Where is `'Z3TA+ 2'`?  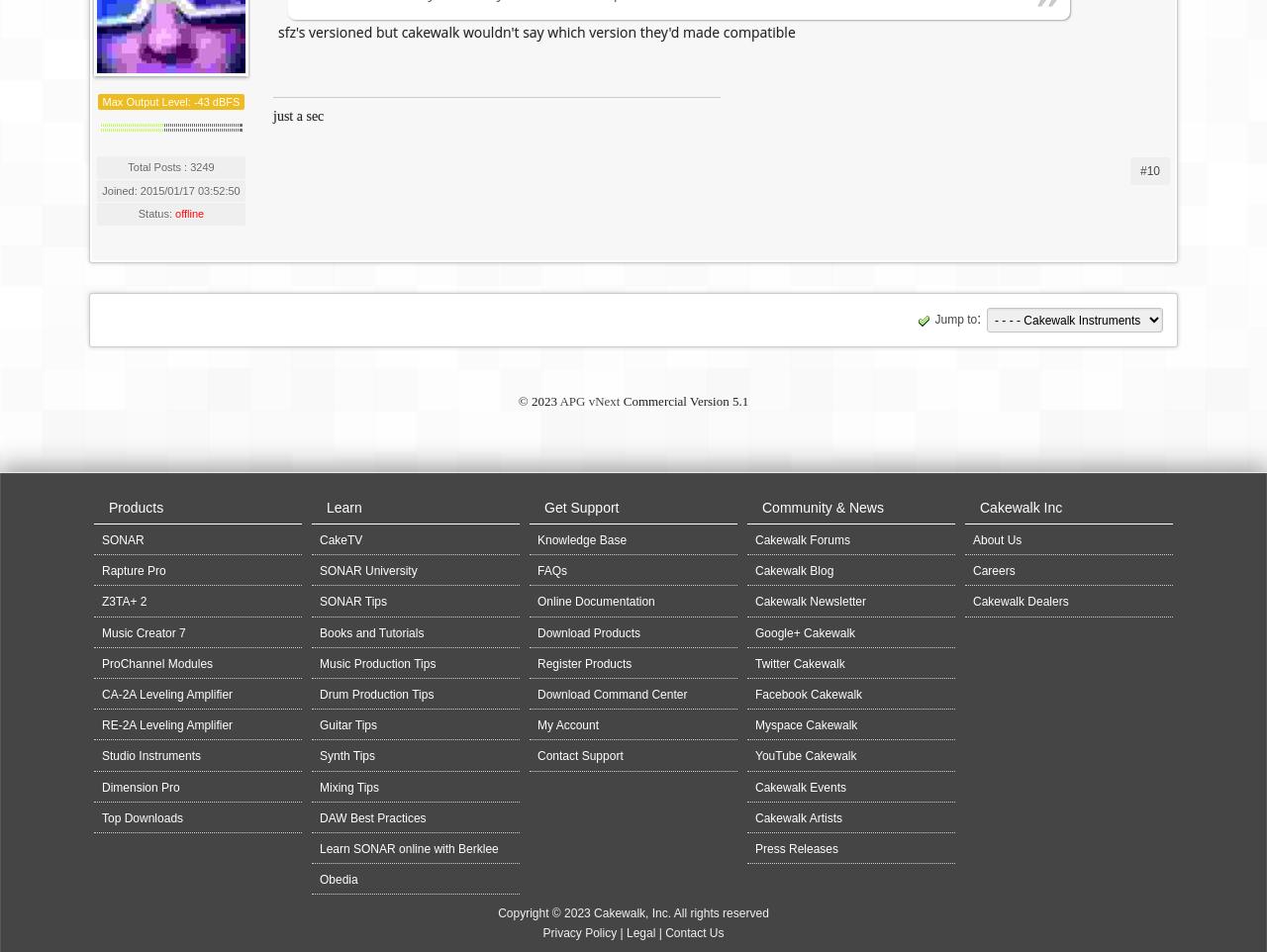 'Z3TA+ 2' is located at coordinates (101, 600).